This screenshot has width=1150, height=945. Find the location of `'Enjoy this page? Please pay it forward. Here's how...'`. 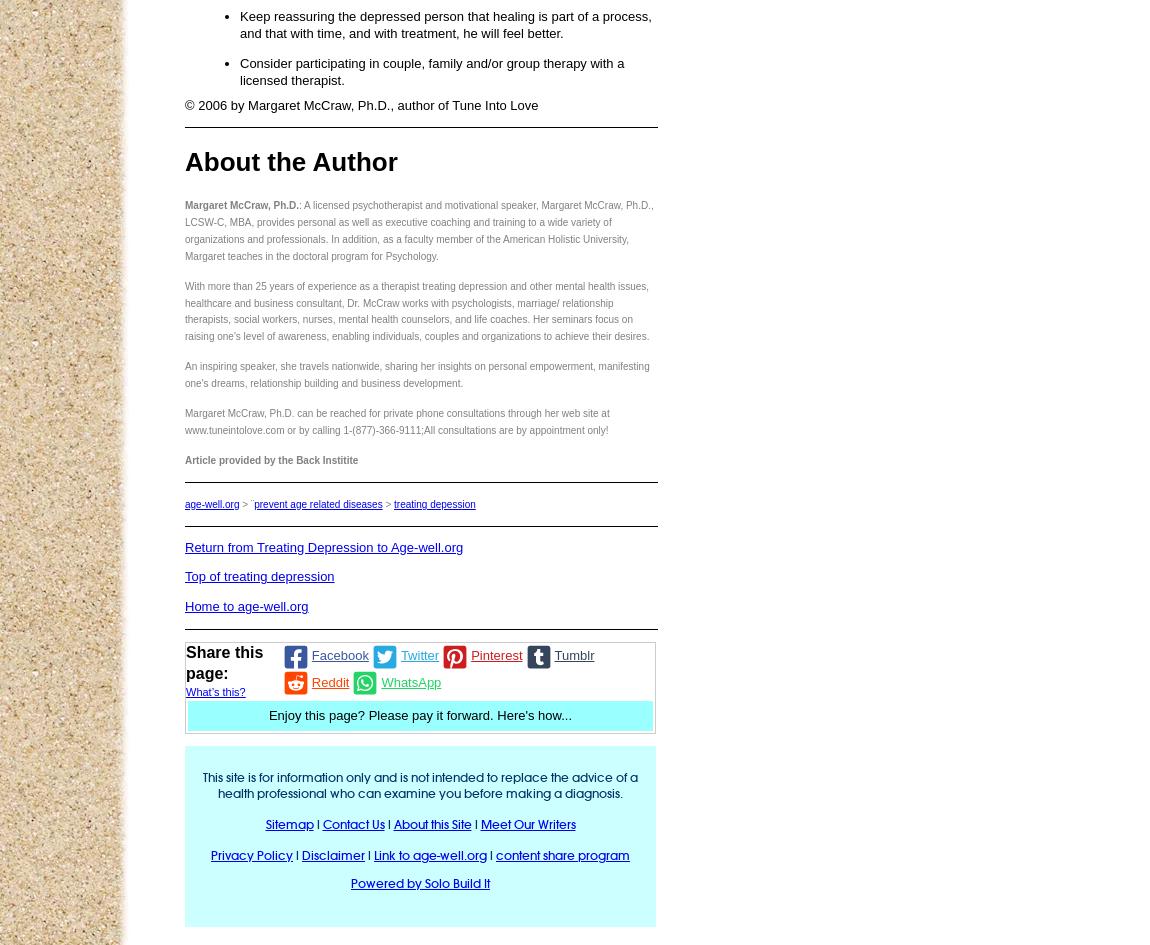

'Enjoy this page? Please pay it forward. Here's how...' is located at coordinates (419, 714).